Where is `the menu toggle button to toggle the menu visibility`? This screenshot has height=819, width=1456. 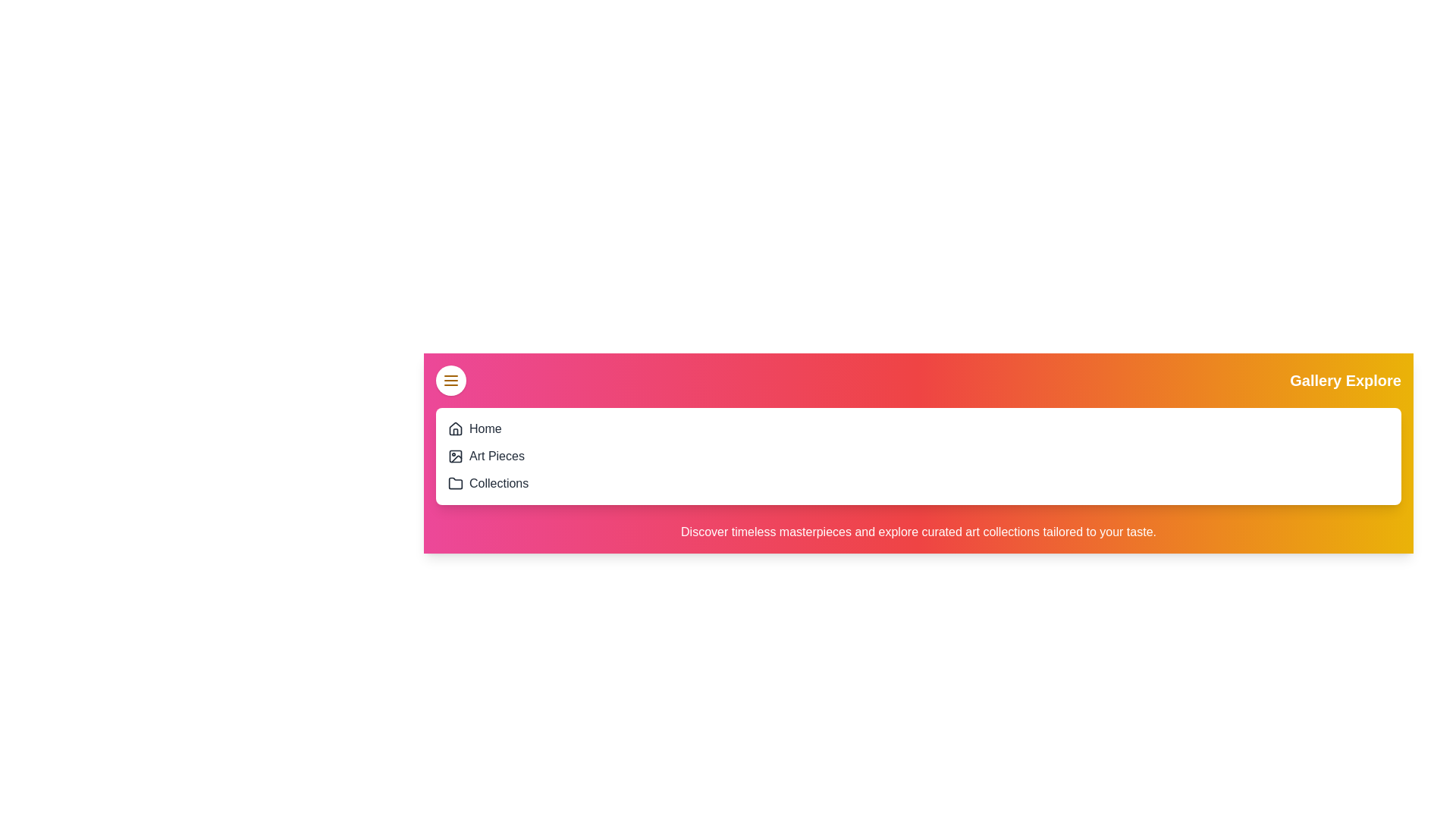
the menu toggle button to toggle the menu visibility is located at coordinates (450, 379).